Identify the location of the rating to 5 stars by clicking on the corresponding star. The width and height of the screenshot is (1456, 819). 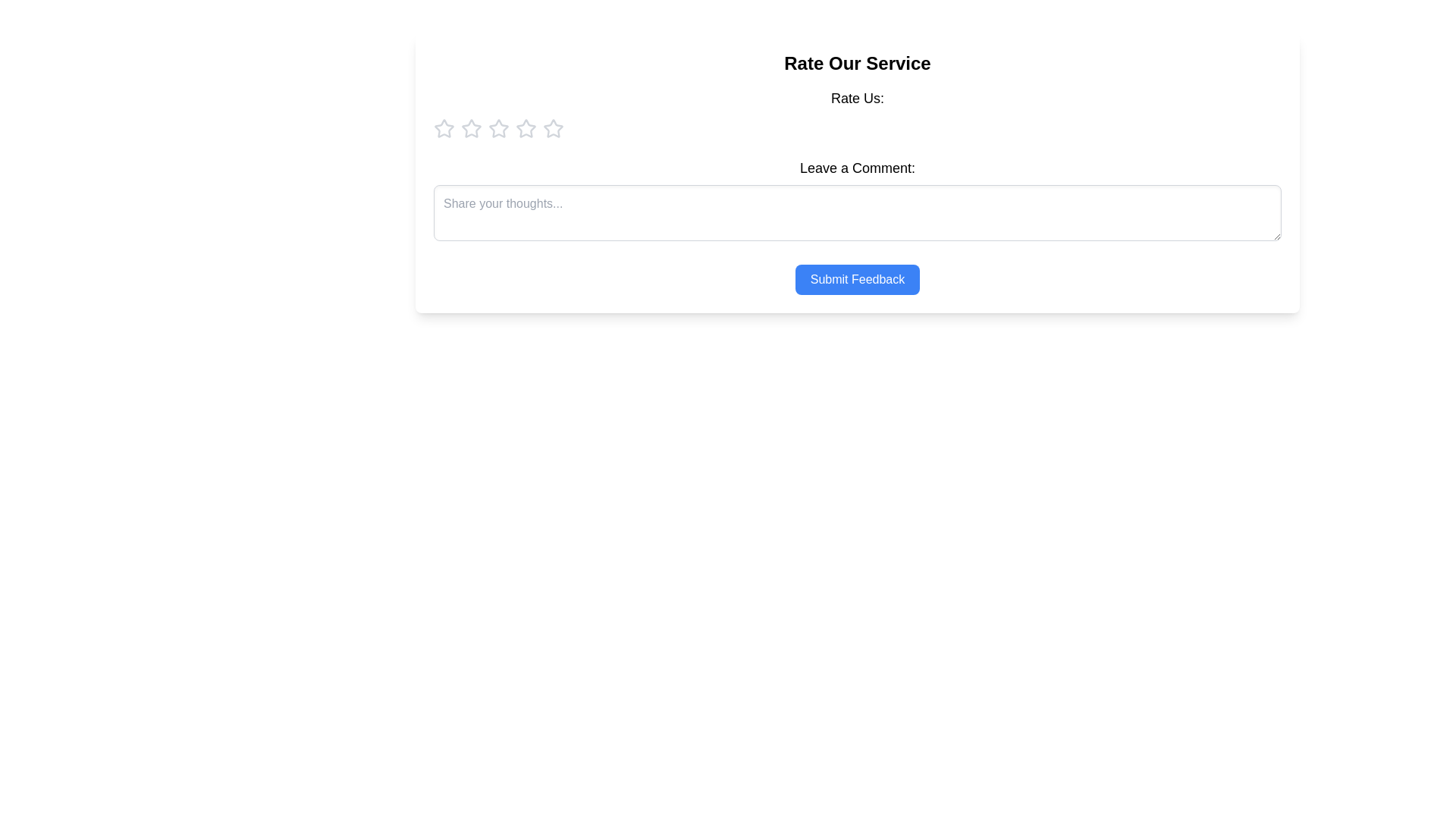
(552, 127).